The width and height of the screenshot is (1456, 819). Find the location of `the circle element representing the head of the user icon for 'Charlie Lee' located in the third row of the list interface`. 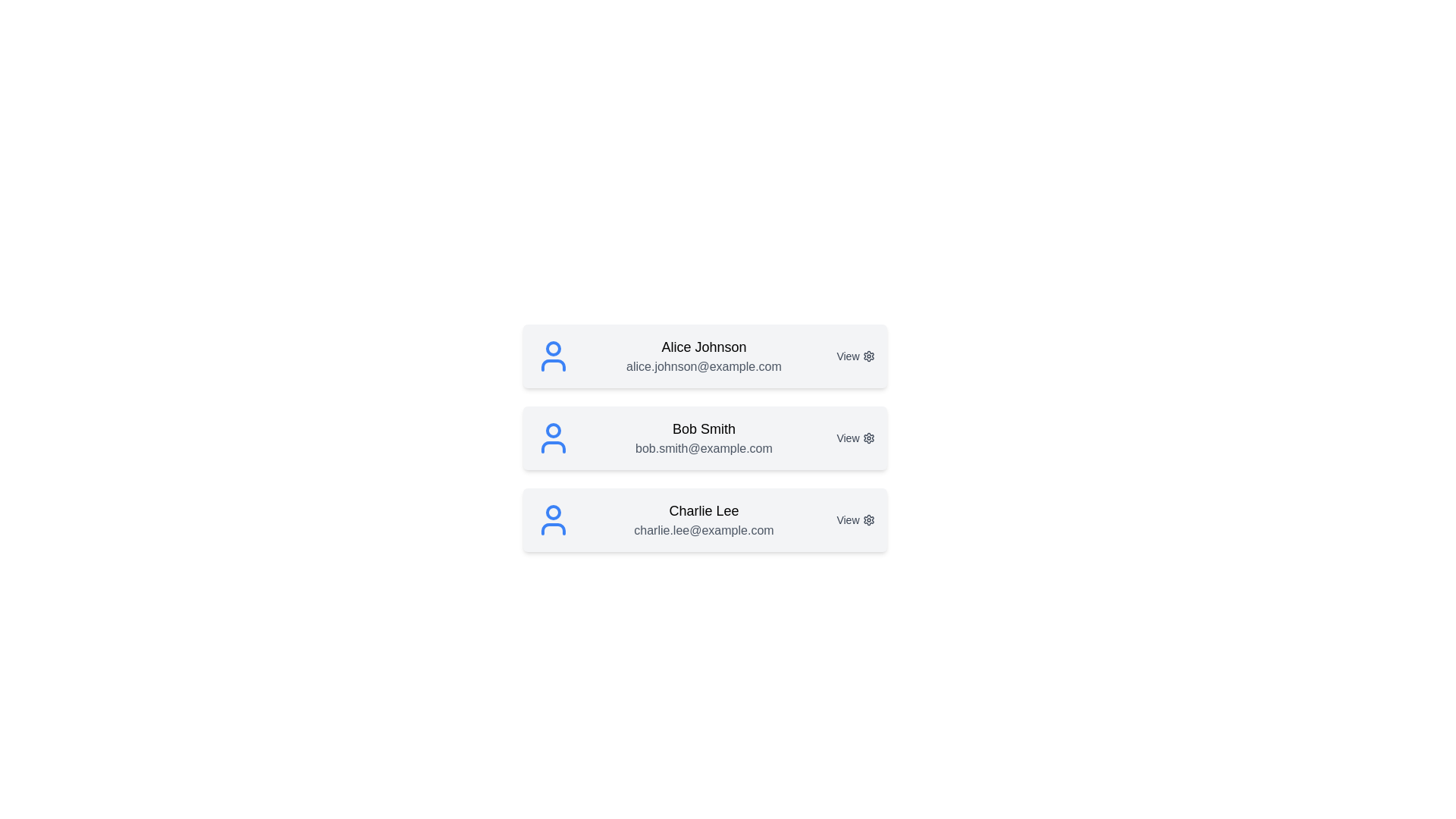

the circle element representing the head of the user icon for 'Charlie Lee' located in the third row of the list interface is located at coordinates (552, 512).